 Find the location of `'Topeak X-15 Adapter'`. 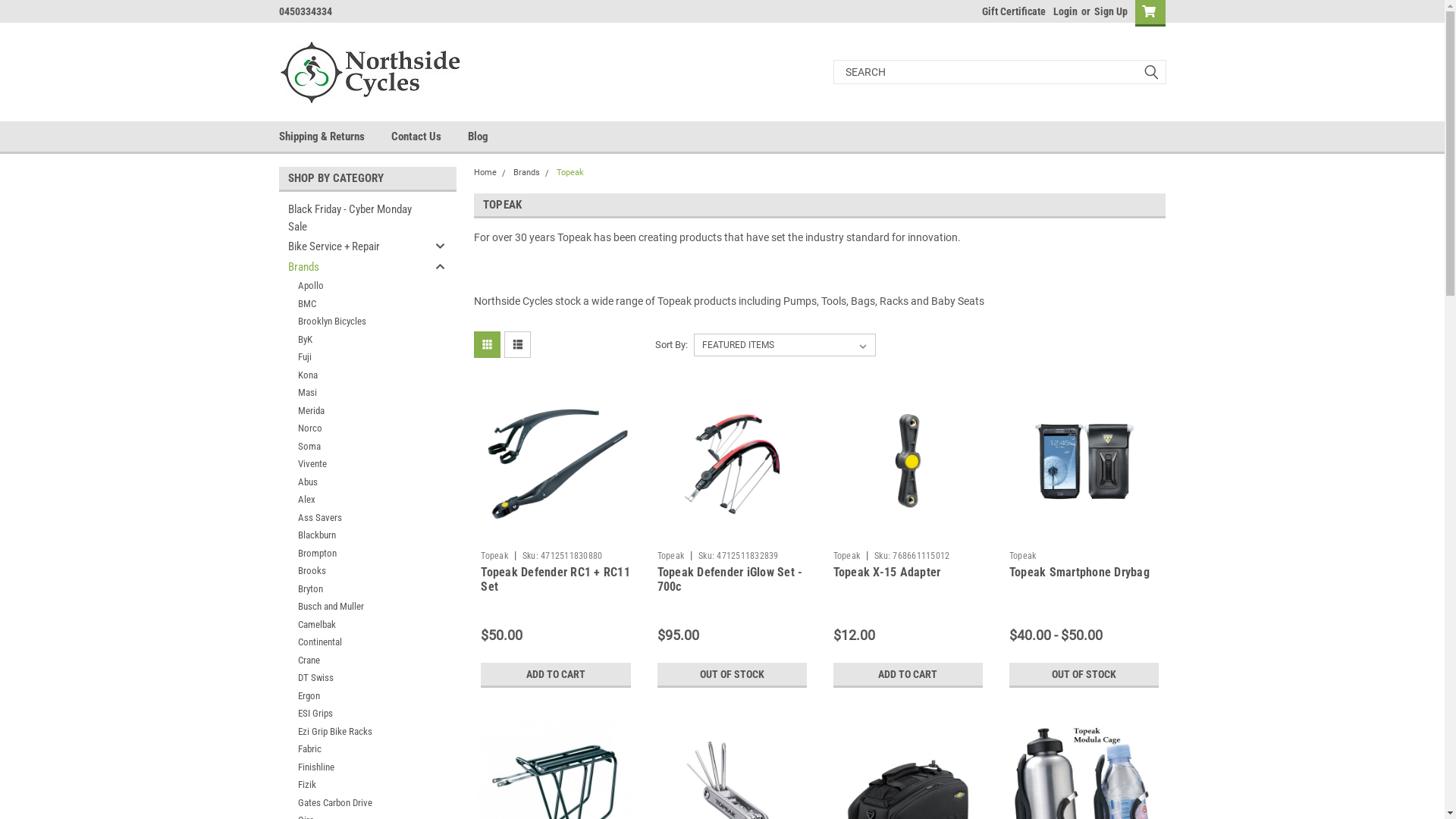

'Topeak X-15 Adapter' is located at coordinates (833, 572).